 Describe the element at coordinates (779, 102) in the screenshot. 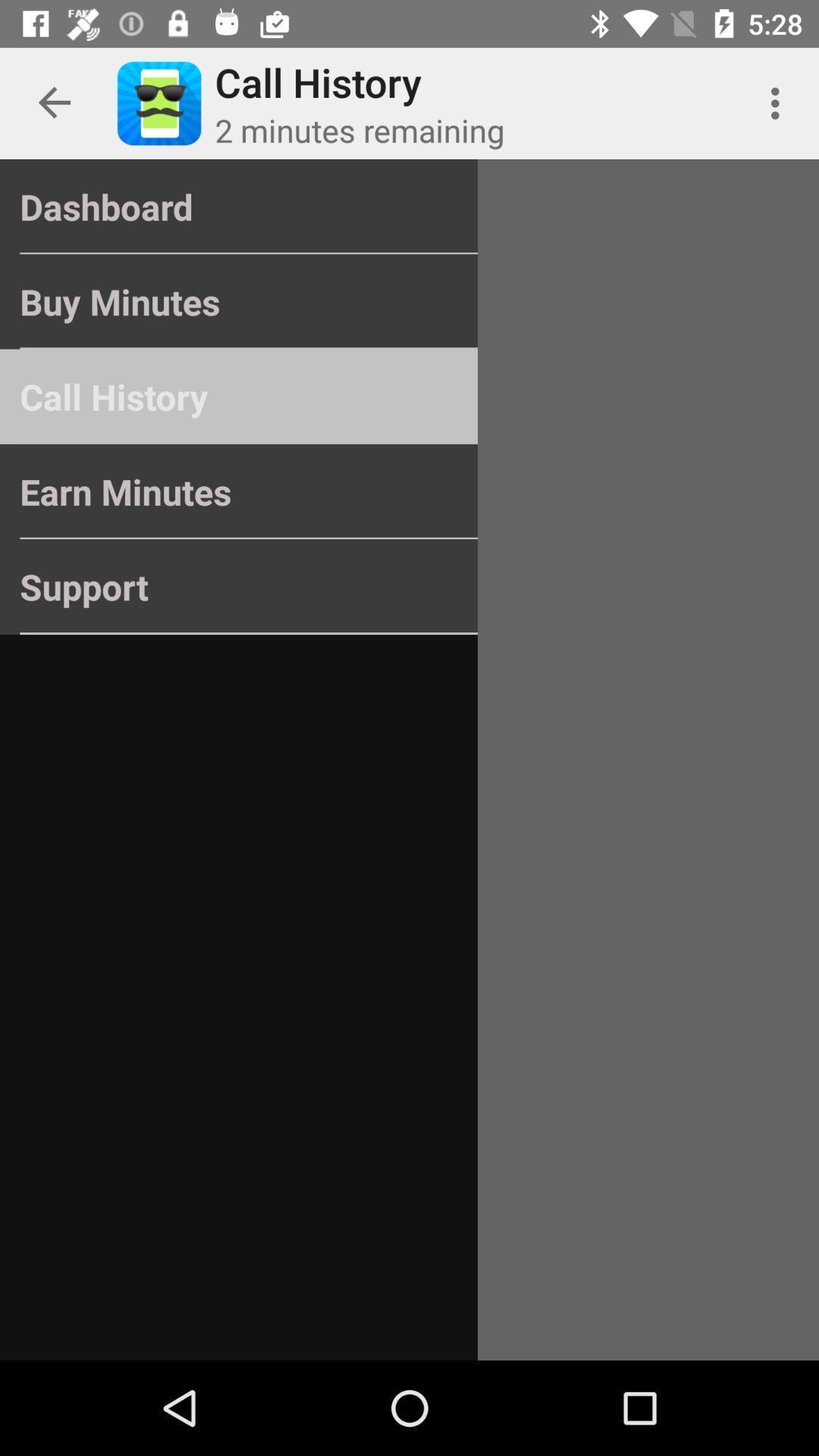

I see `the app to the right of 2 minutes remaining app` at that location.